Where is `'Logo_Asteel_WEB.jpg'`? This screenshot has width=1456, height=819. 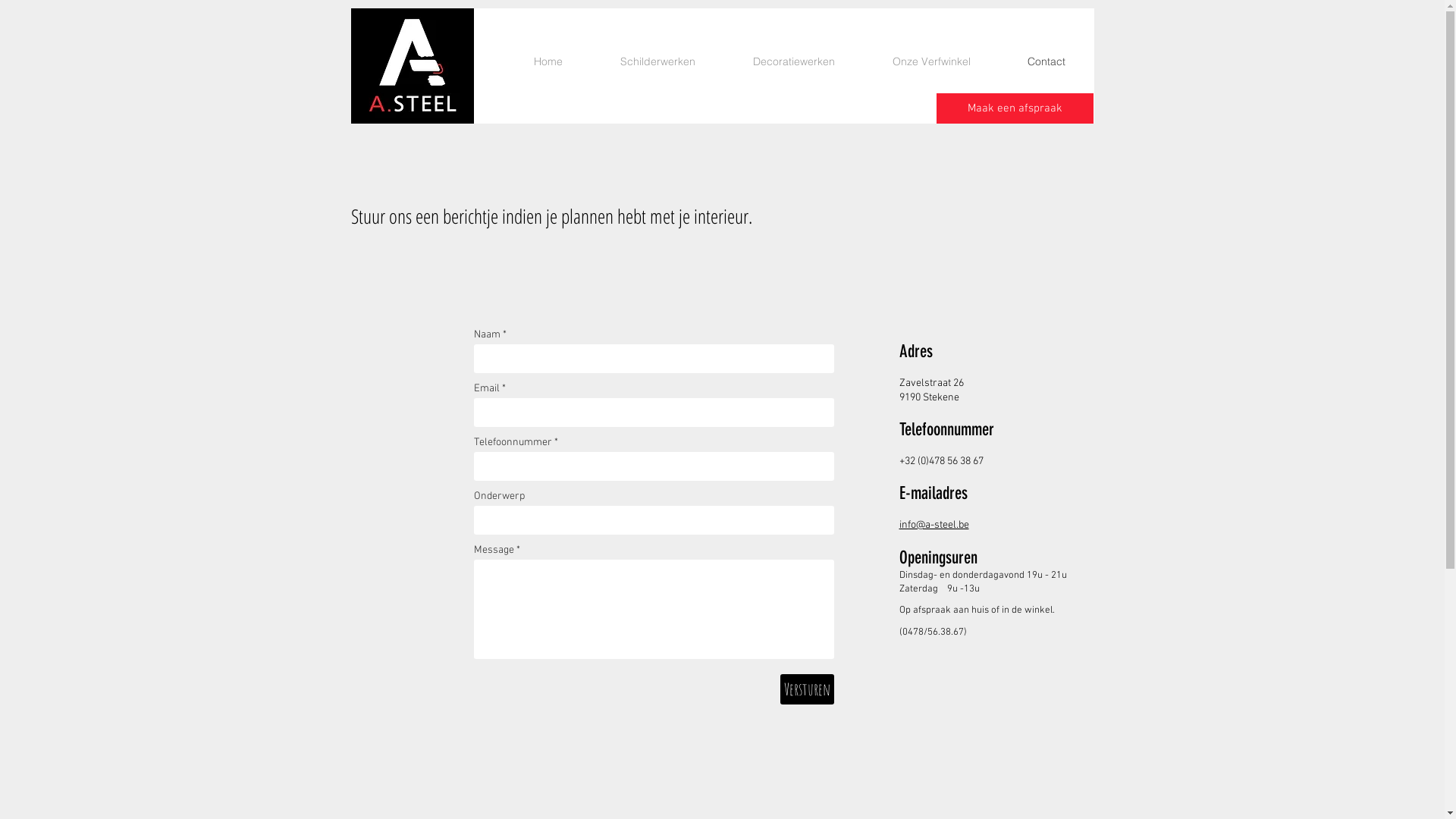
'Logo_Asteel_WEB.jpg' is located at coordinates (349, 65).